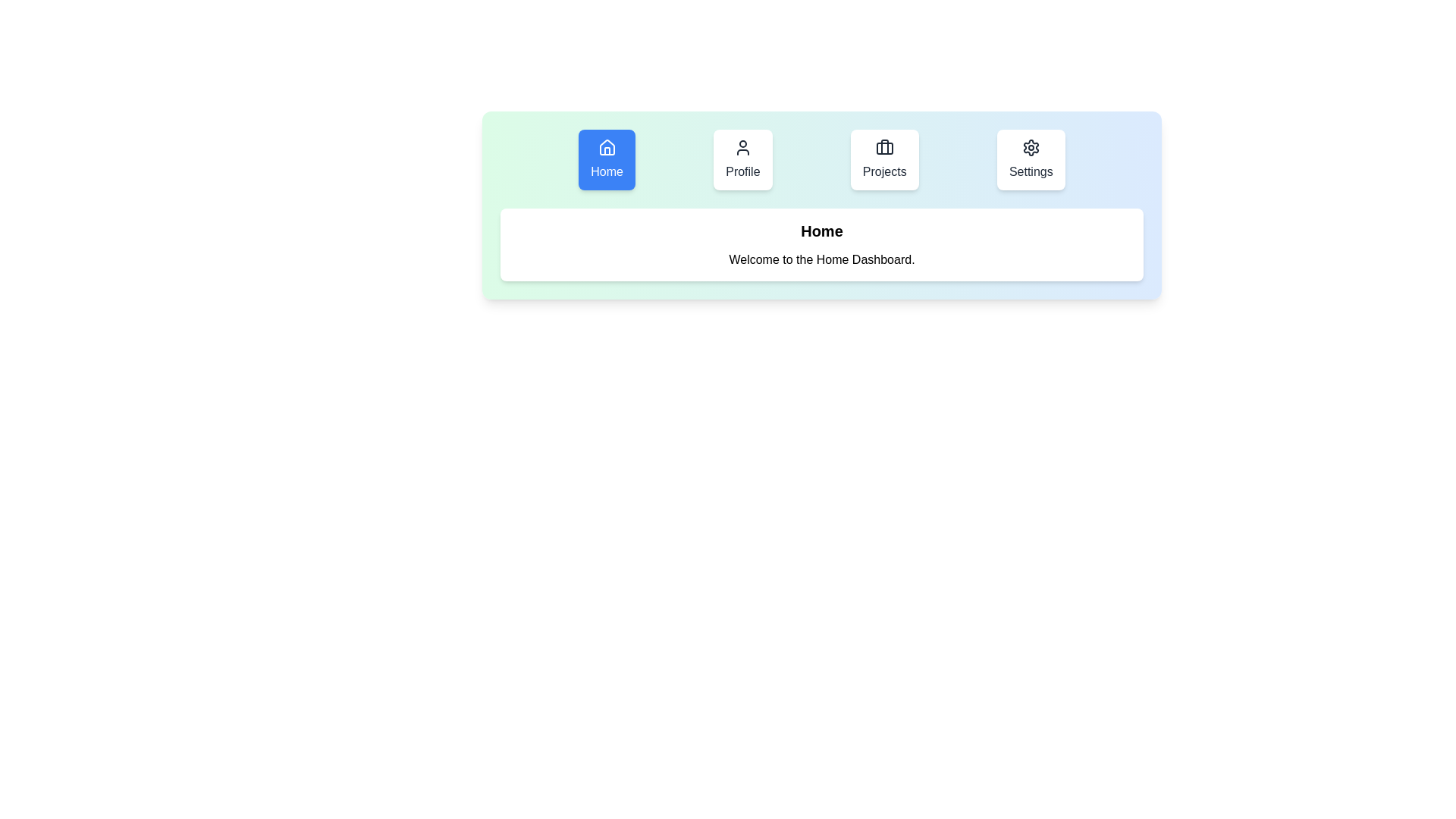 The width and height of the screenshot is (1456, 819). What do you see at coordinates (884, 160) in the screenshot?
I see `the tab labeled Projects to inspect its content` at bounding box center [884, 160].